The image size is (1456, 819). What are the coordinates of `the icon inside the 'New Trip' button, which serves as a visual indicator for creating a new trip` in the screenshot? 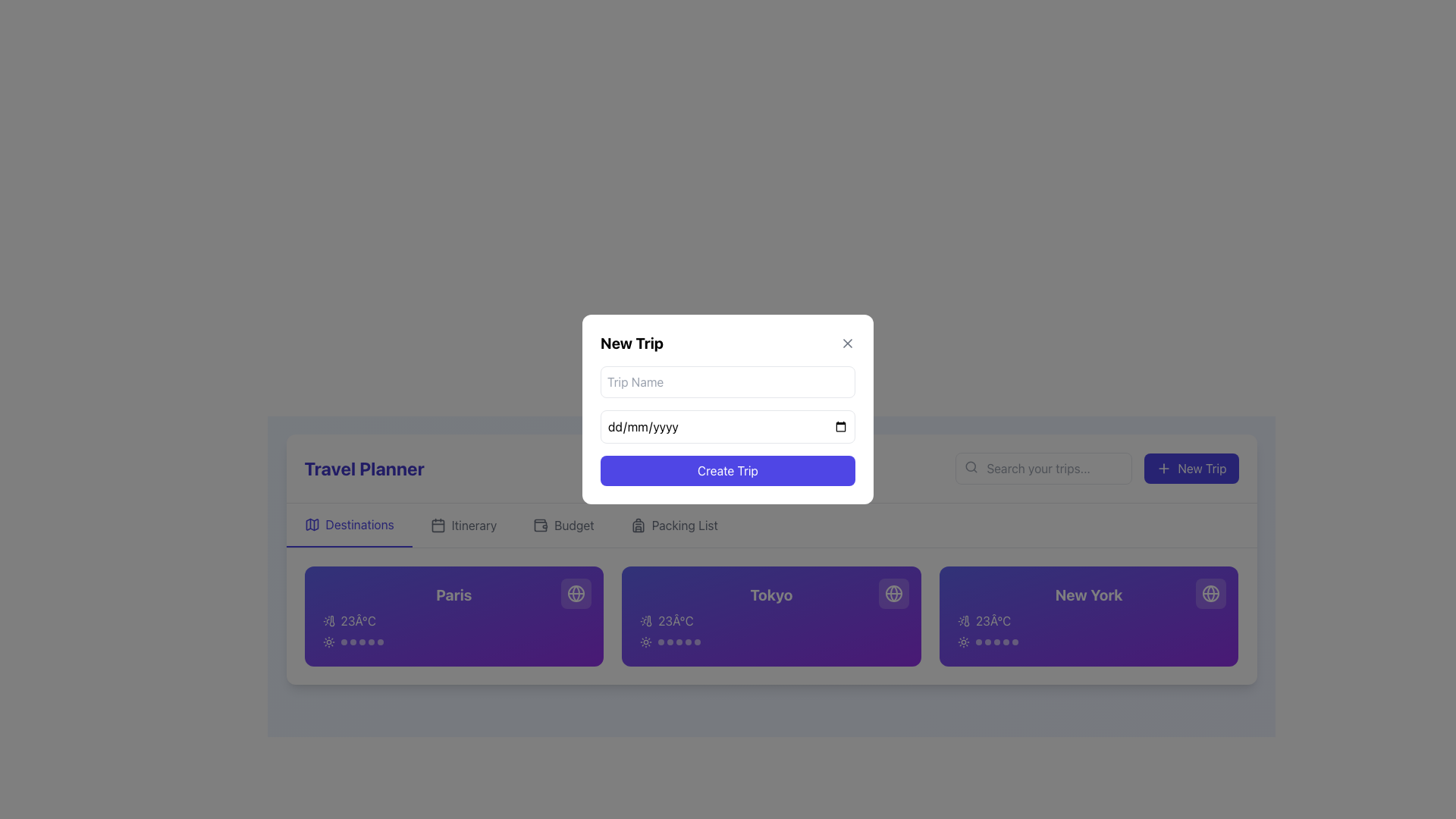 It's located at (1163, 467).